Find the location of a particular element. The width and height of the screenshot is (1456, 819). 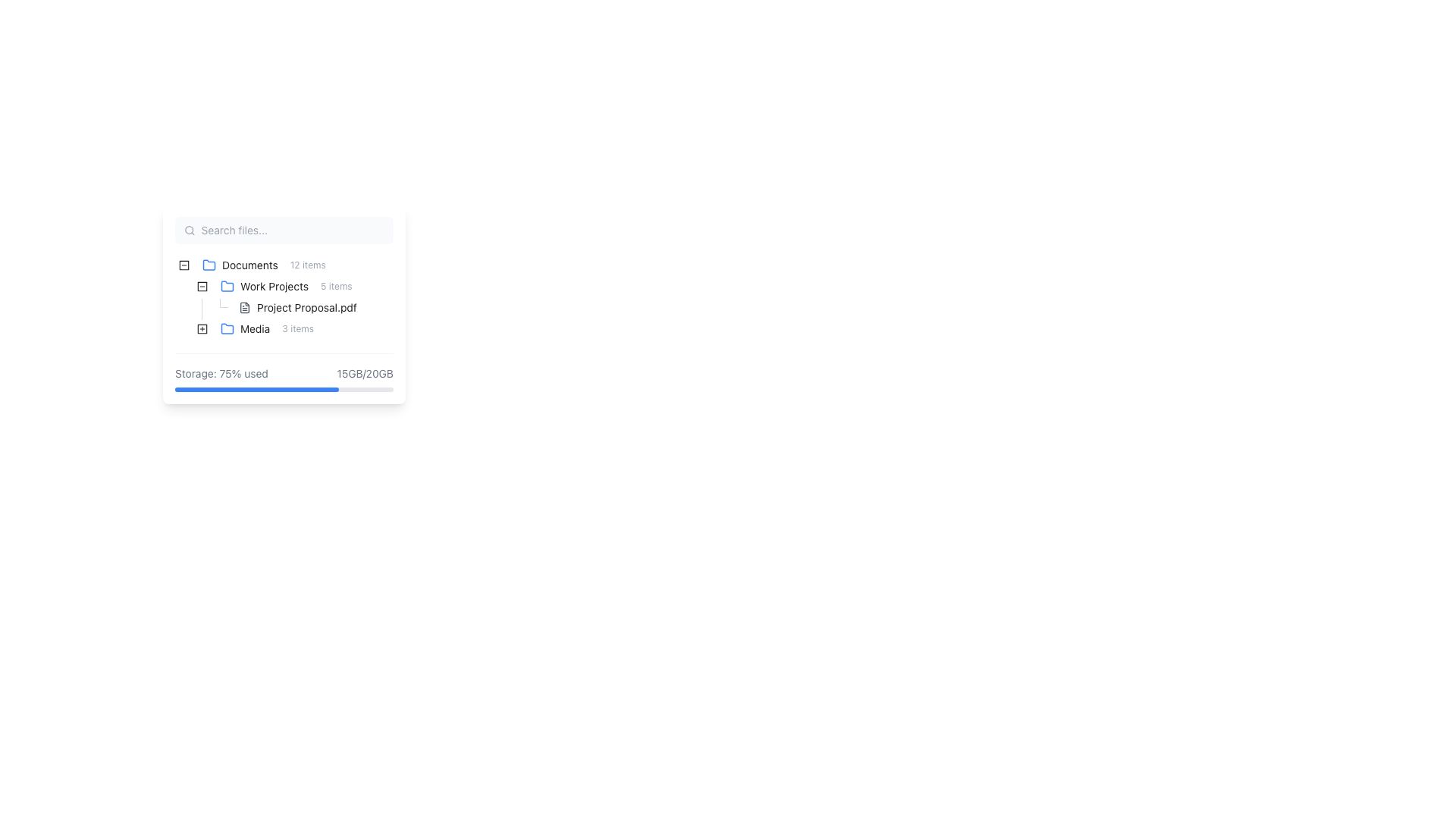

the 'Media' folder label within the 'Work Projects' folder in the file management tree interface is located at coordinates (267, 328).